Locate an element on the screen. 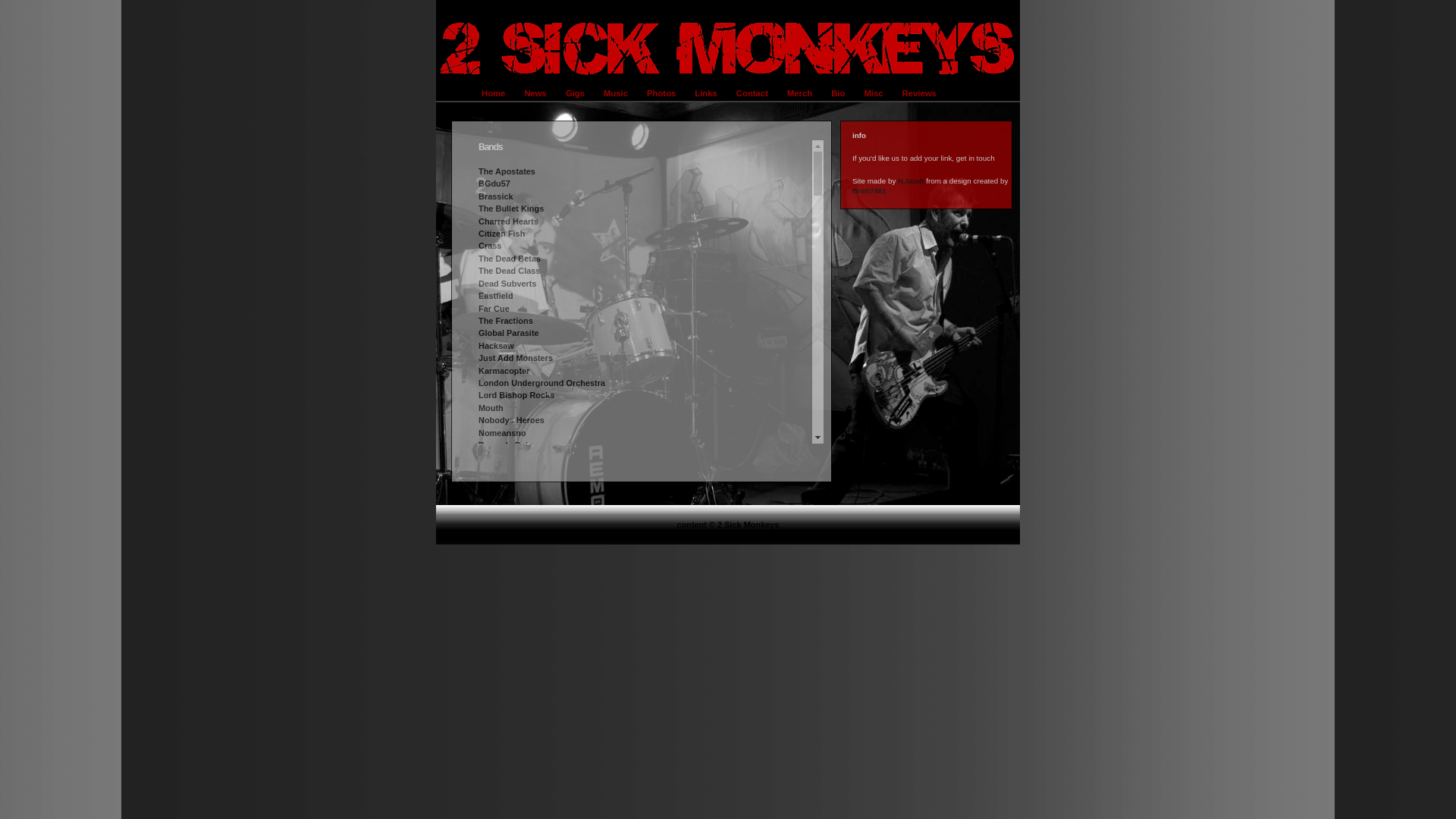  'Rash Decision' is located at coordinates (507, 469).